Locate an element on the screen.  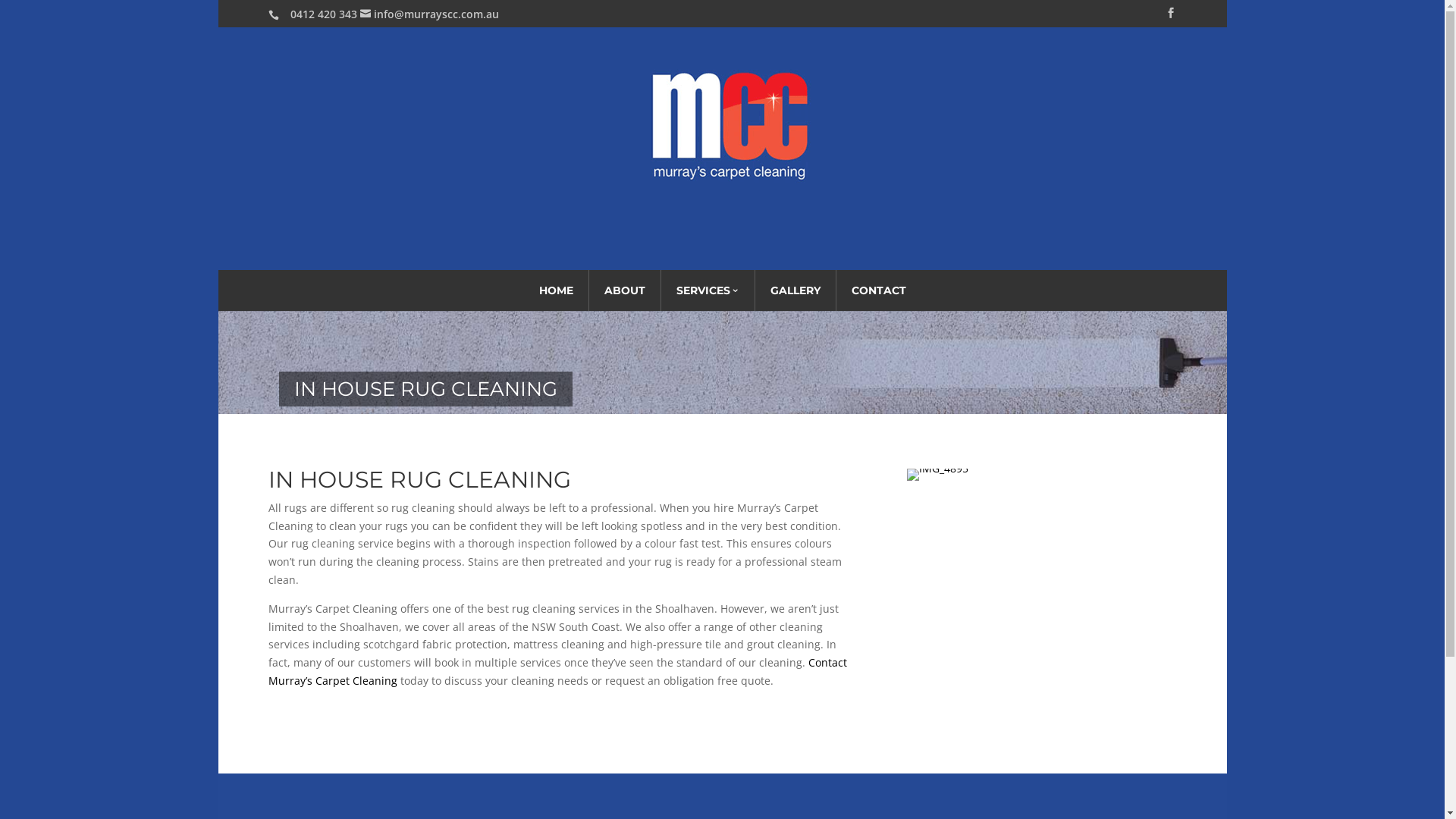
'GALLERY' is located at coordinates (755, 290).